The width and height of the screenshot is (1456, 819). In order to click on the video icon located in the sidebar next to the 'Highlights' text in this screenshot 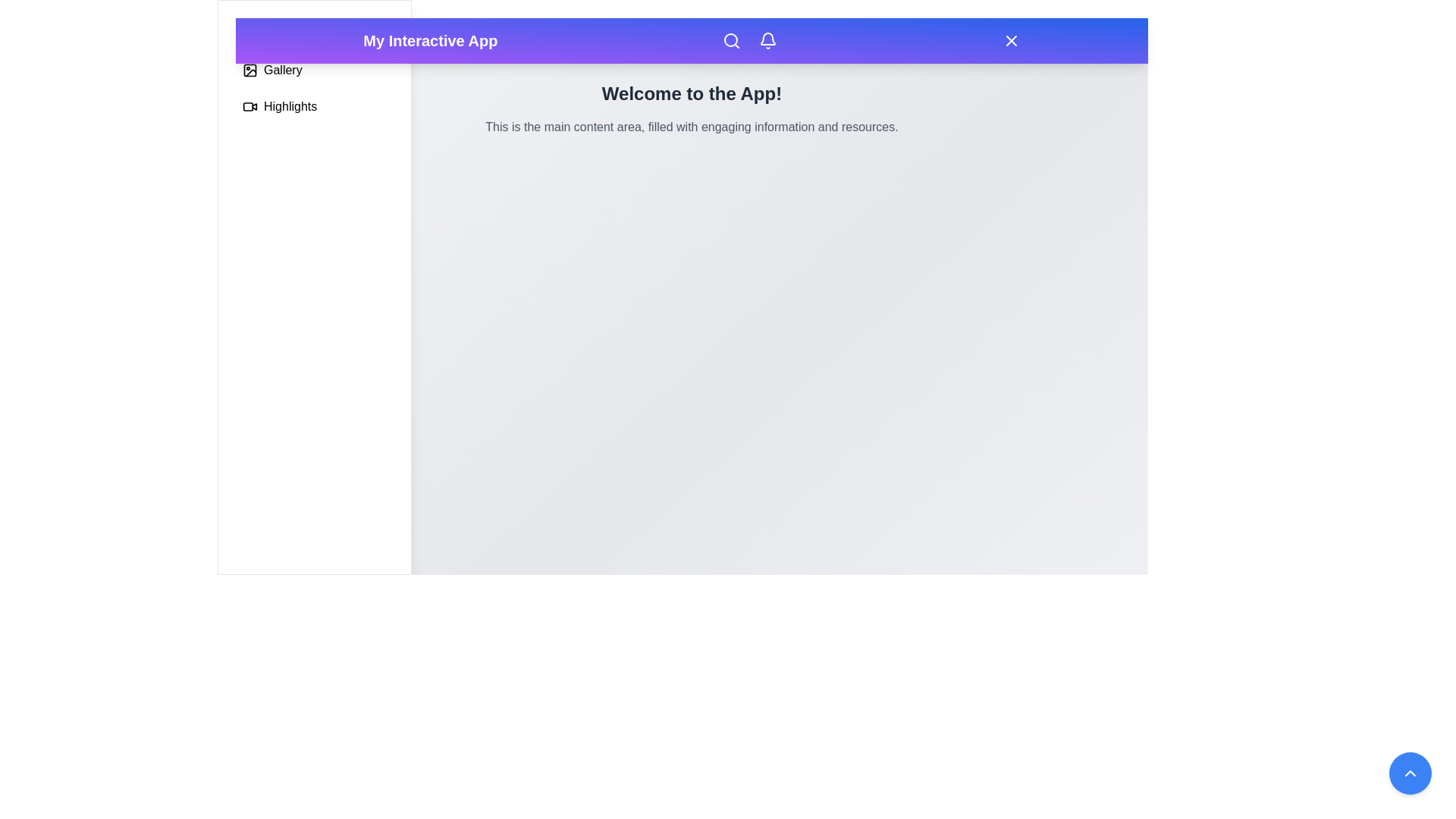, I will do `click(248, 106)`.